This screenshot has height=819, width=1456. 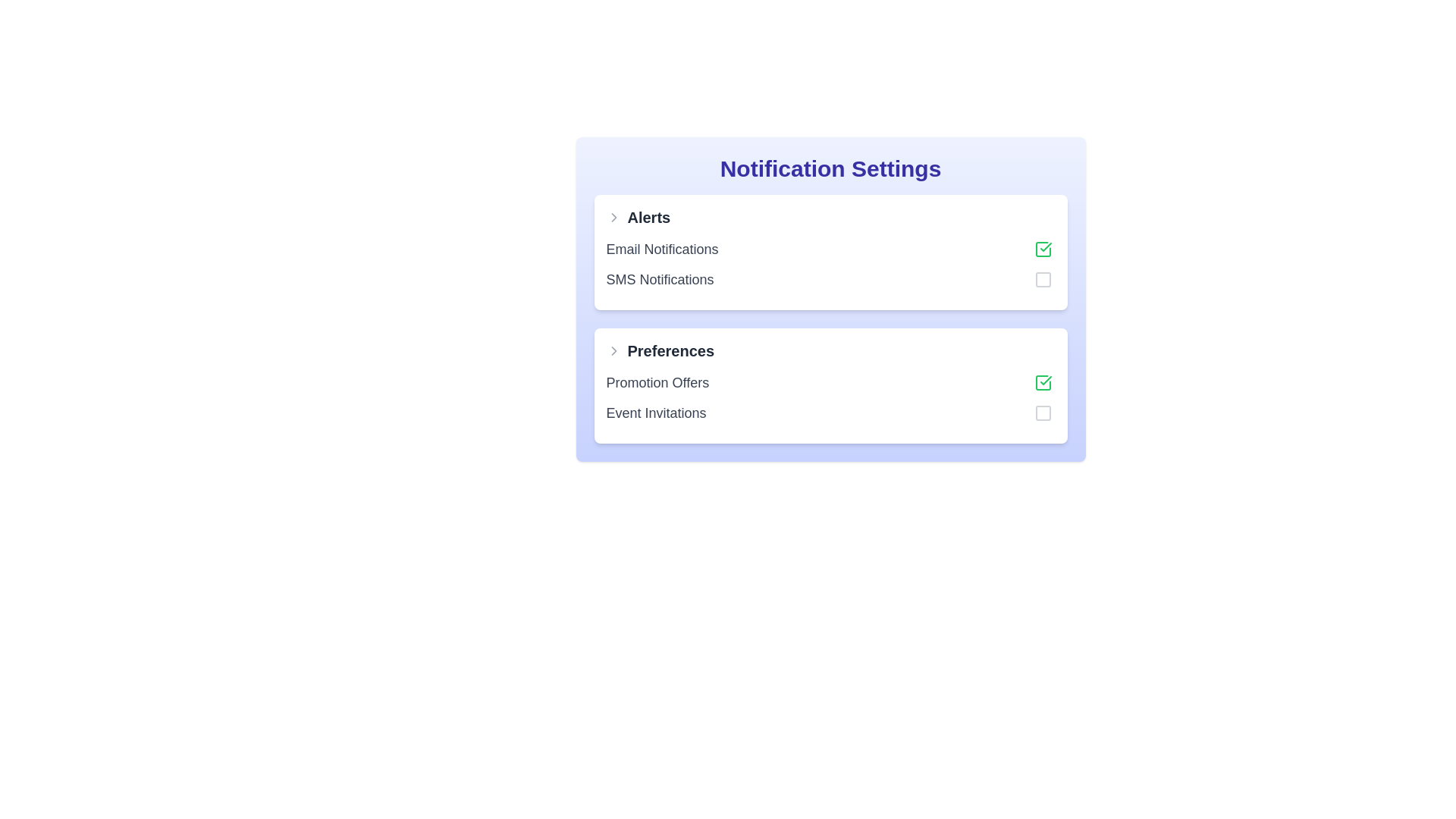 What do you see at coordinates (657, 382) in the screenshot?
I see `the 'Promotion Offers' text label located in the 'Preferences' section, which is above 'Event Invitations' and to the left of an interactive checkbox` at bounding box center [657, 382].